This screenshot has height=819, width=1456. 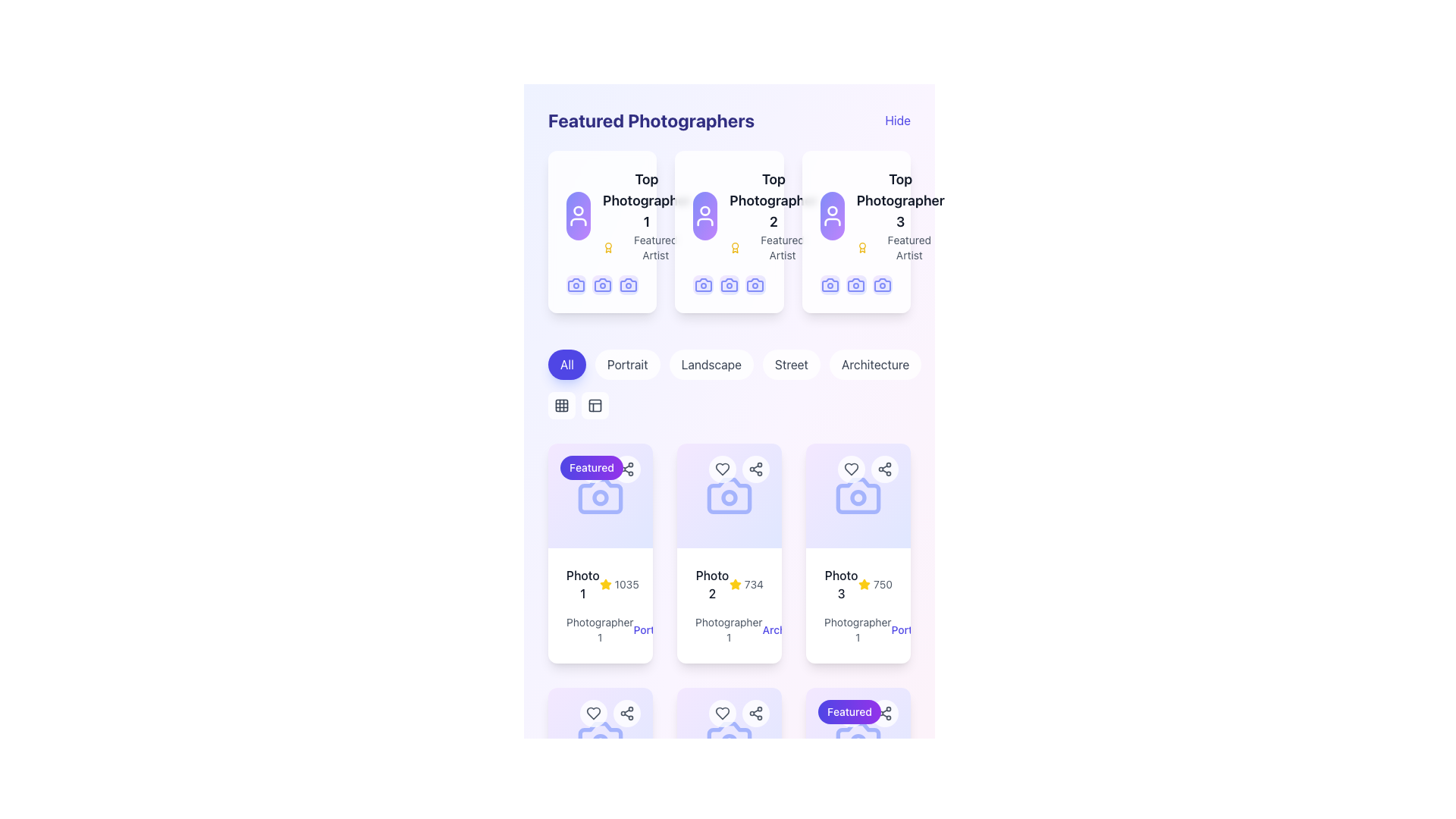 What do you see at coordinates (898, 119) in the screenshot?
I see `the 'Hide' button, which is a blue text label styled as a button in the top-right corner of the 'Featured Photographers' section` at bounding box center [898, 119].